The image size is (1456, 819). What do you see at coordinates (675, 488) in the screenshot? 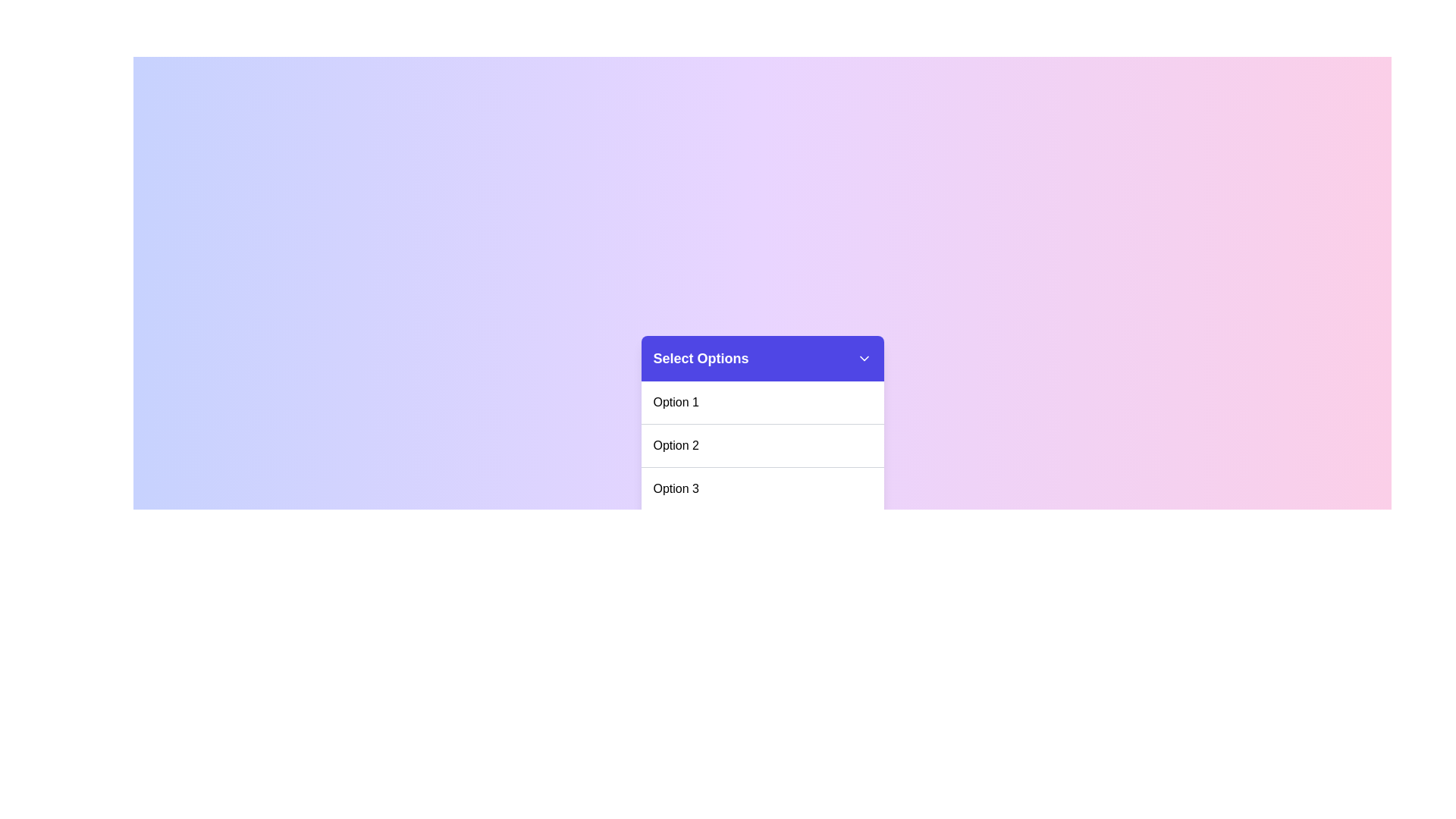
I see `the selectable text option labeled 'Option 3' within the dropdown menu` at bounding box center [675, 488].